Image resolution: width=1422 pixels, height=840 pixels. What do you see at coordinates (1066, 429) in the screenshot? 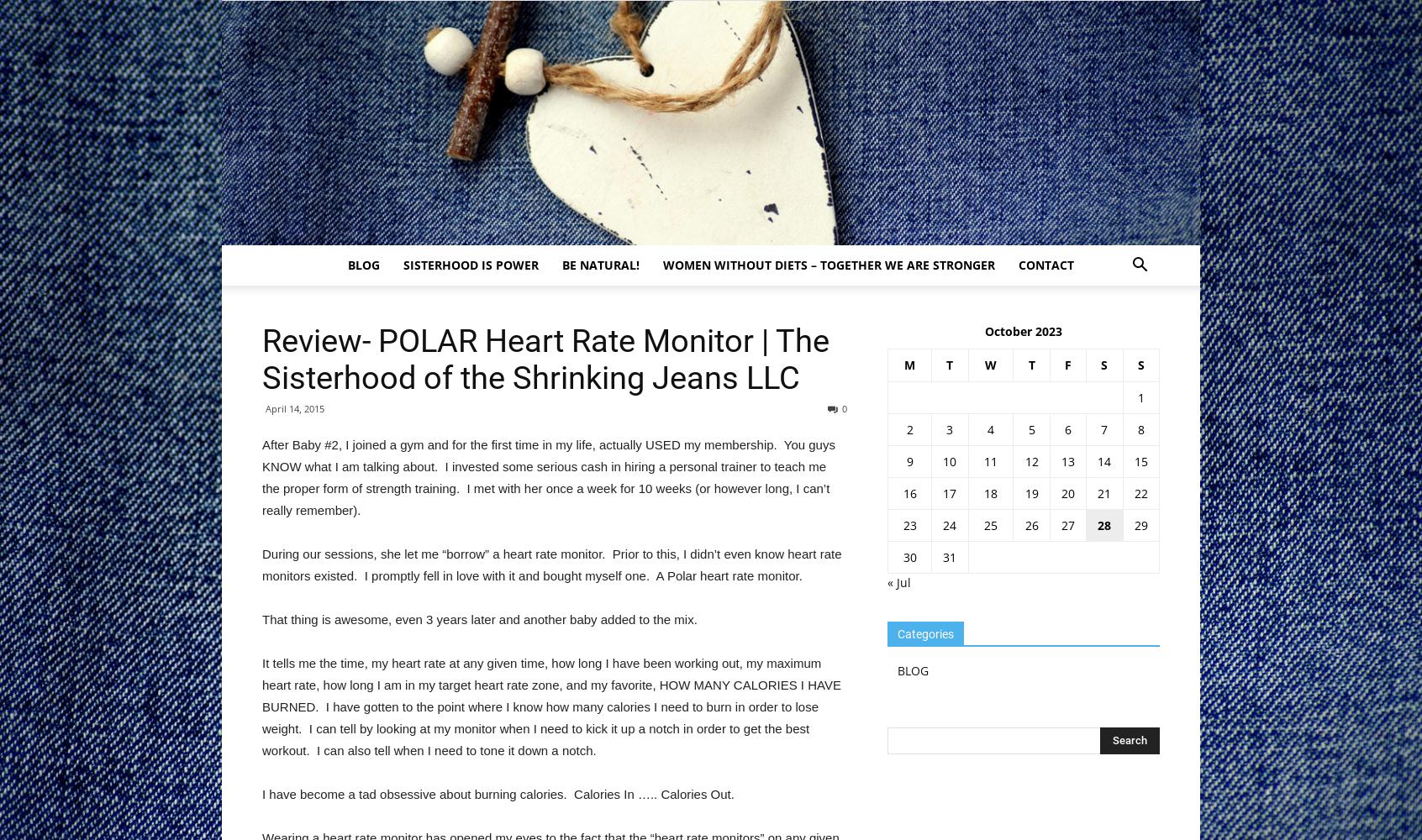
I see `'6'` at bounding box center [1066, 429].